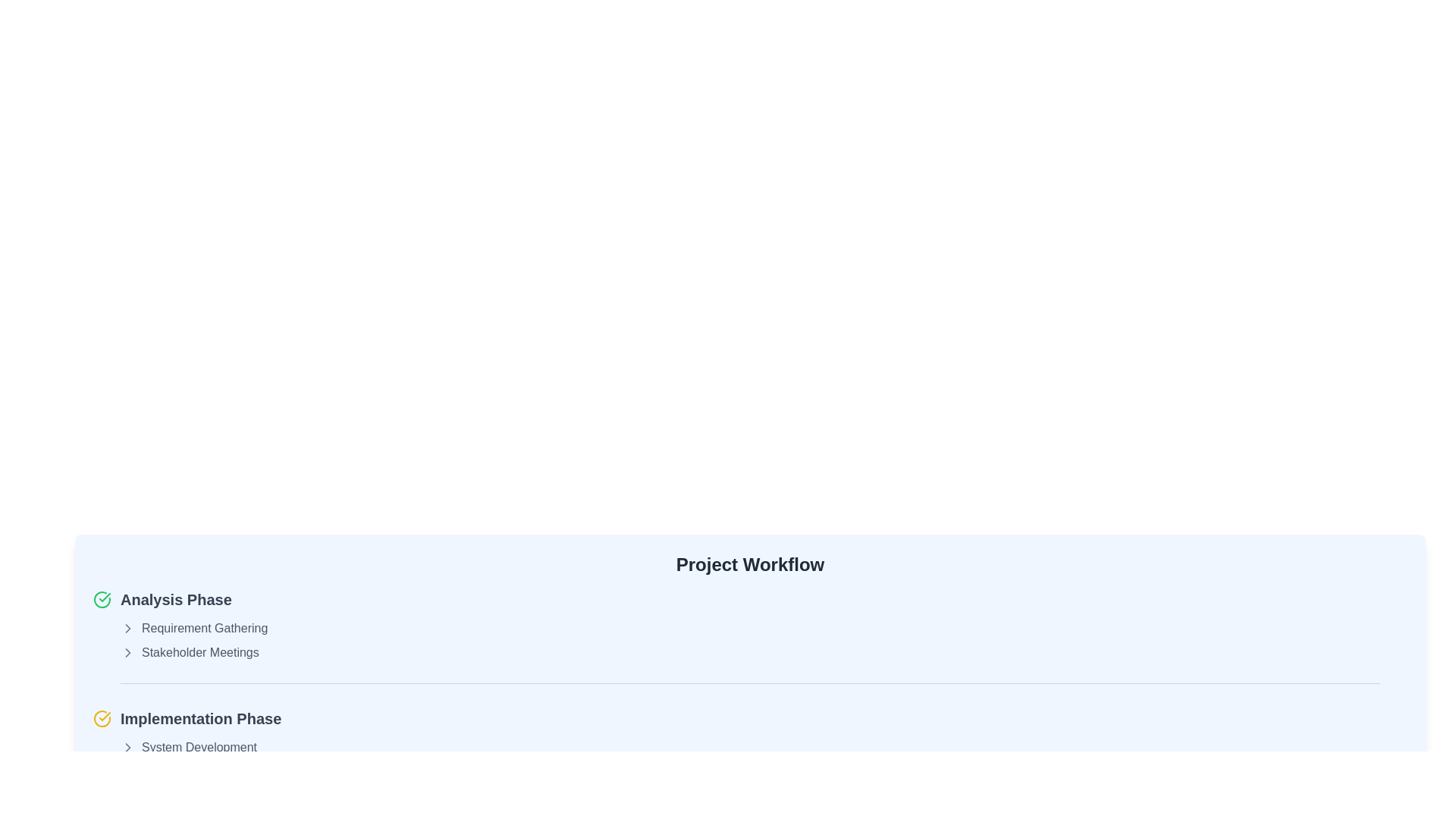  What do you see at coordinates (104, 717) in the screenshot?
I see `the check mark icon within the yellow circular SVG graphic, located in the 'Analysis Phase' section header` at bounding box center [104, 717].